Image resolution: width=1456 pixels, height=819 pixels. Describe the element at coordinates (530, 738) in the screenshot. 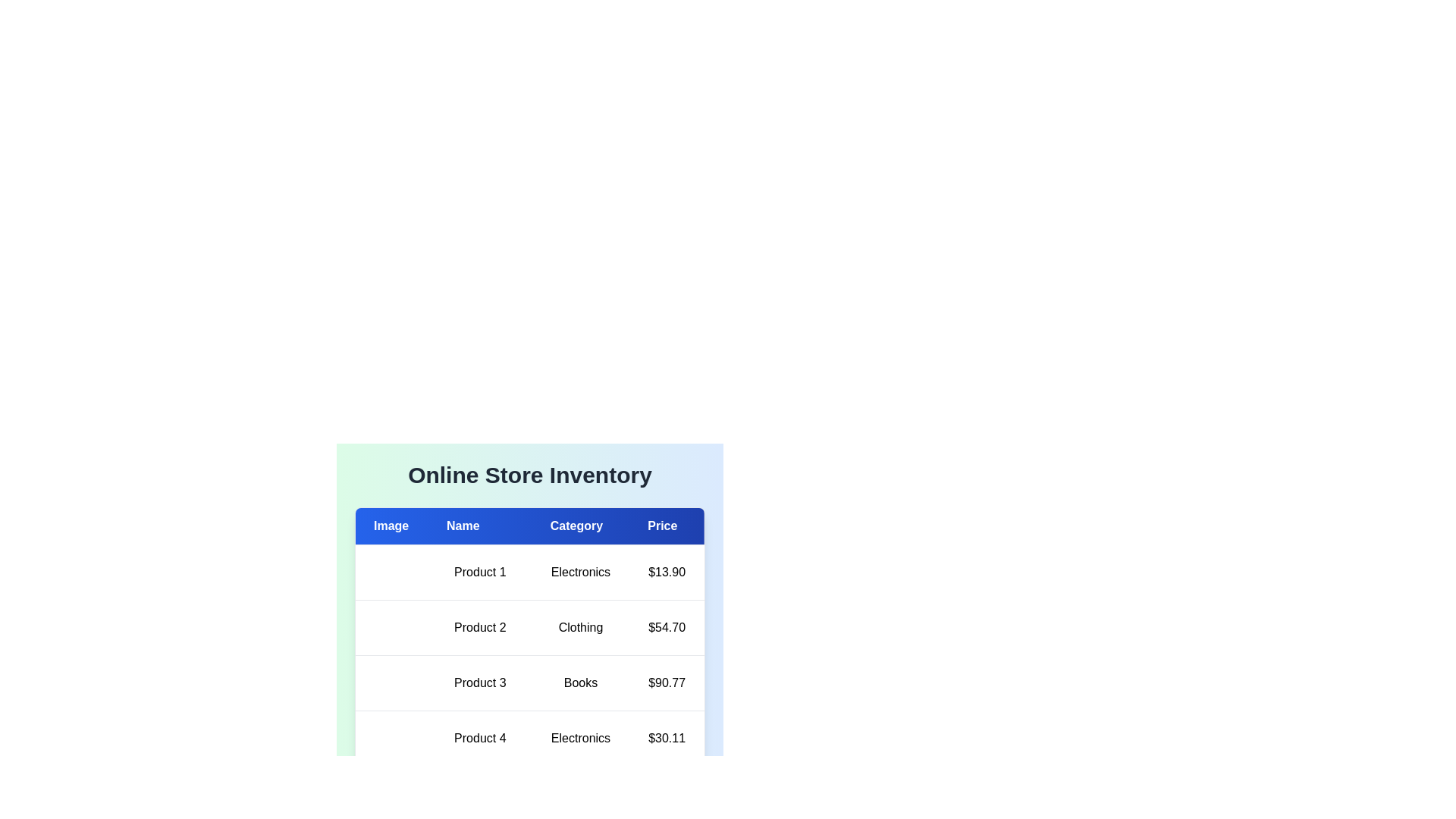

I see `the row of the product with name Product 4` at that location.